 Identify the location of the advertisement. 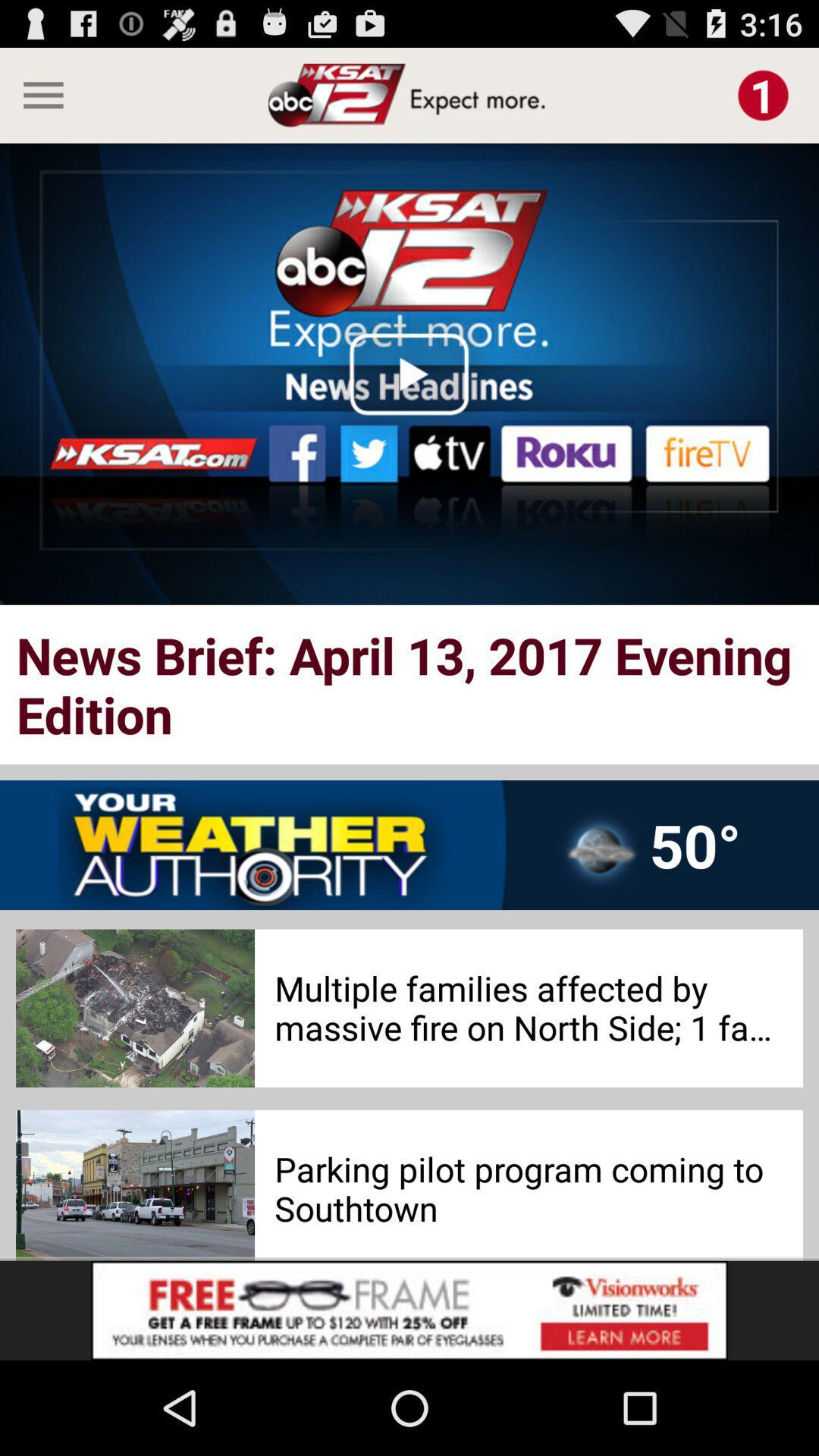
(409, 1310).